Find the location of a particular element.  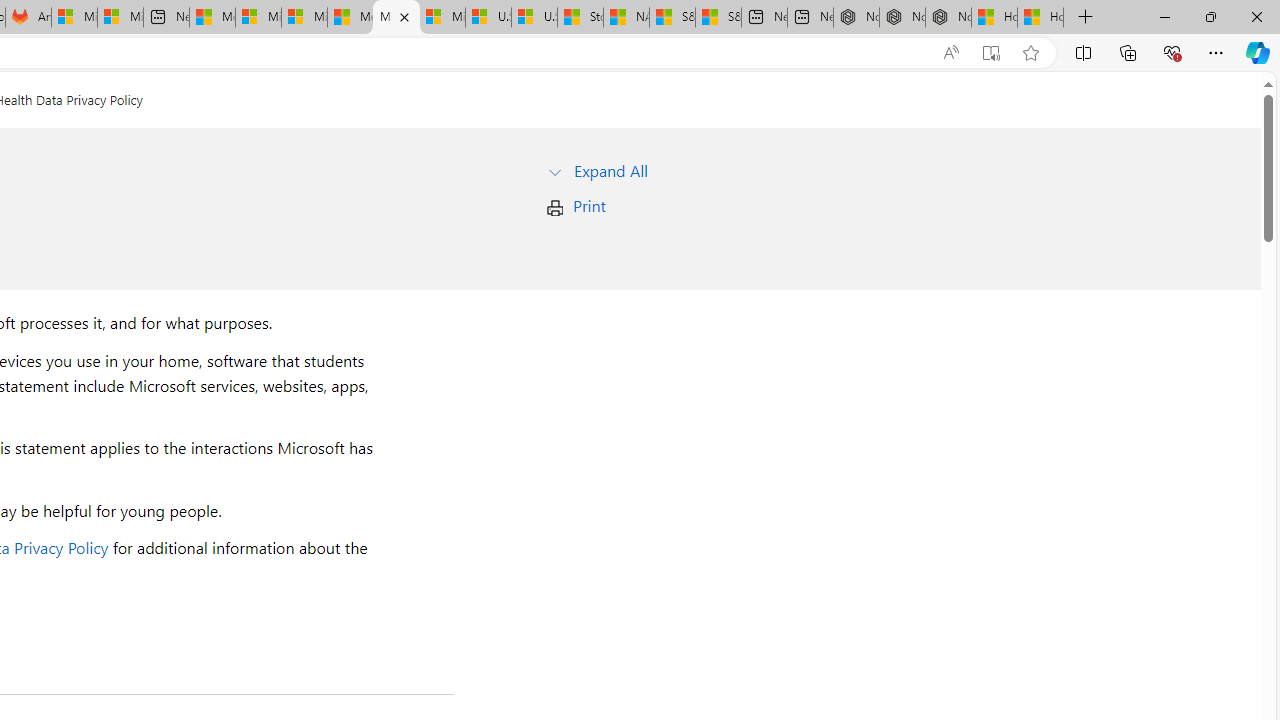

'Print' is located at coordinates (588, 205).